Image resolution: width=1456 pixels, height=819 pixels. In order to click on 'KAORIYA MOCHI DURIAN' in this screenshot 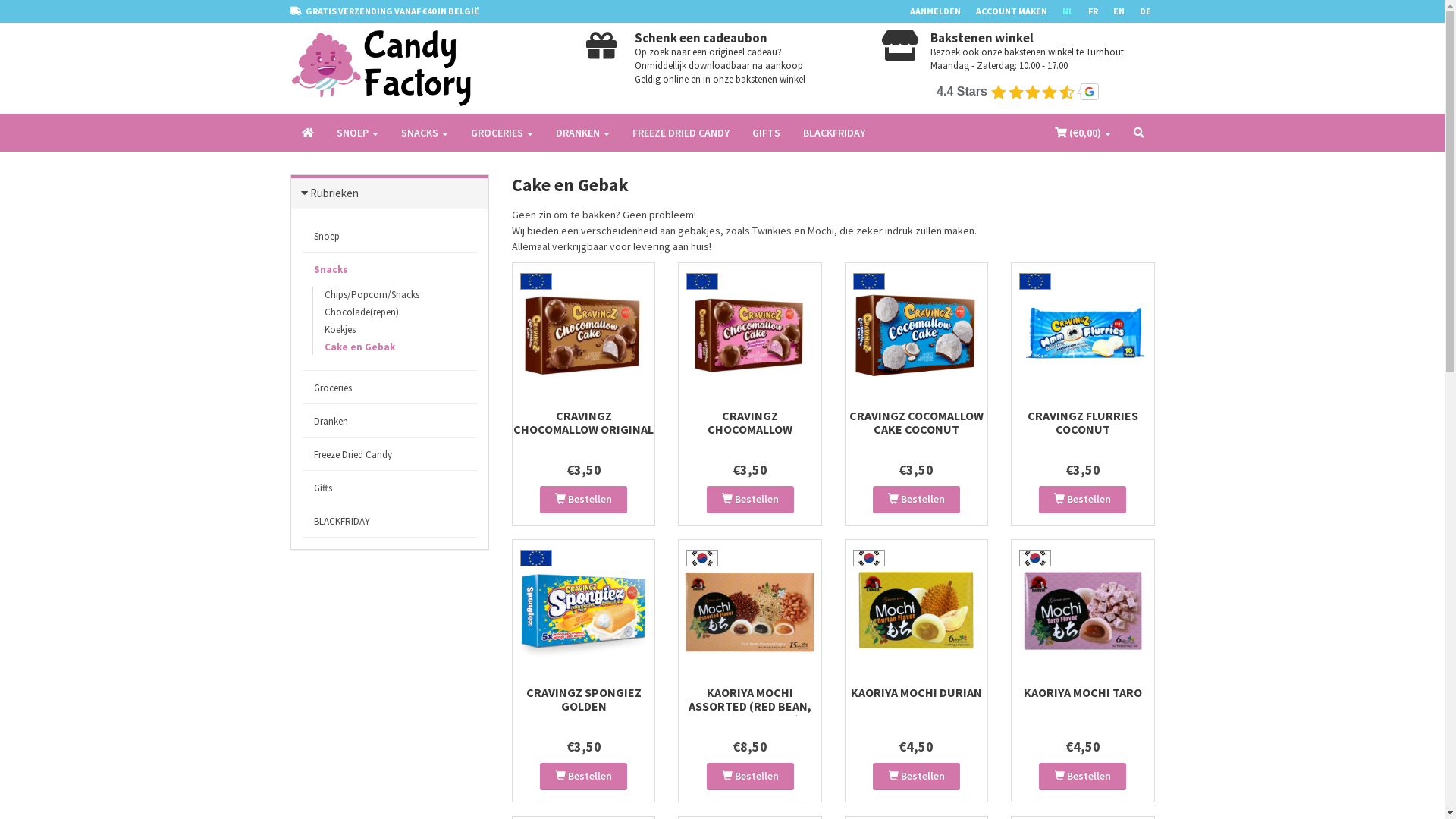, I will do `click(851, 692)`.